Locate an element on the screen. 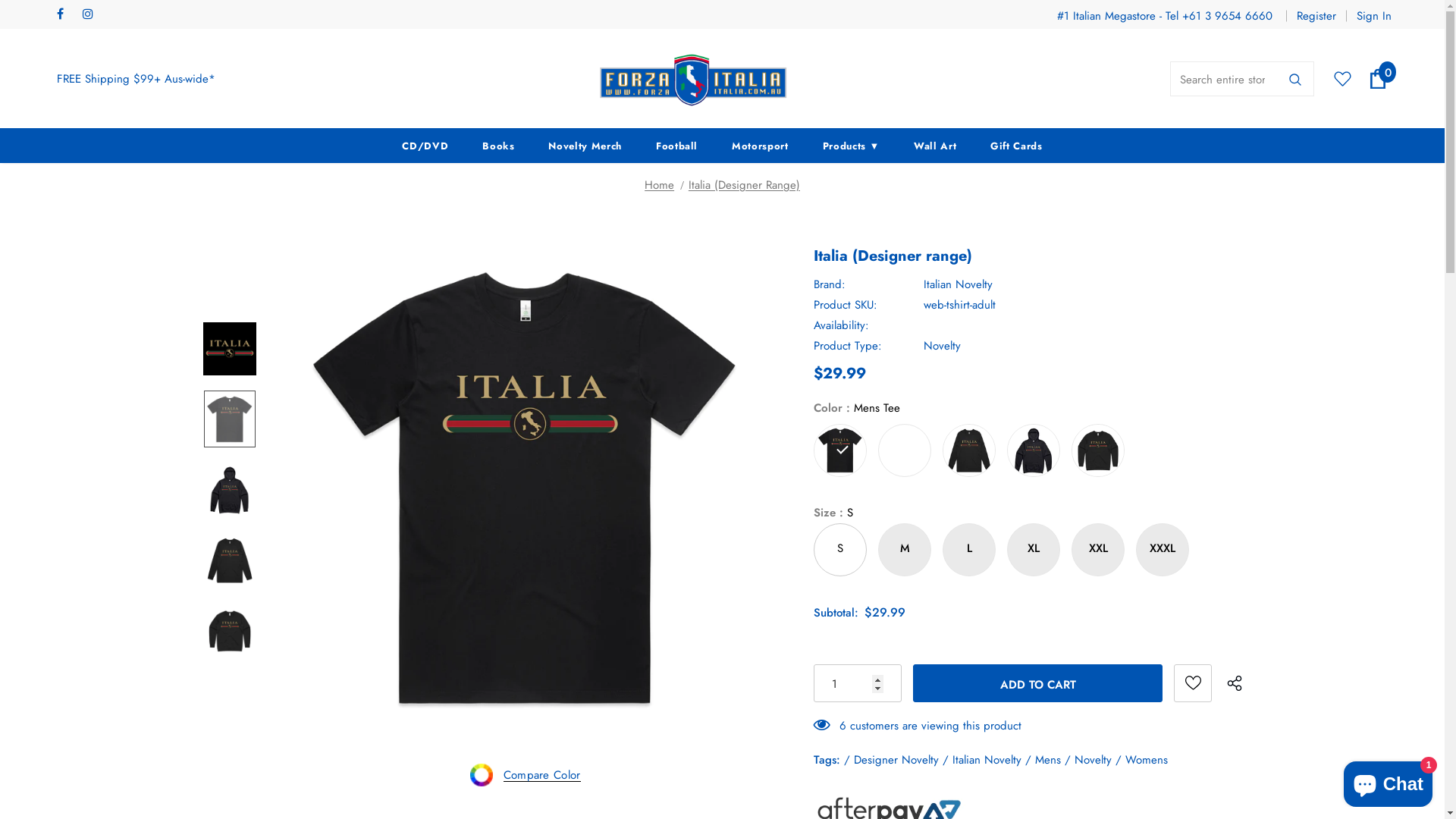 The image size is (1456, 819). 'Home' is located at coordinates (659, 184).